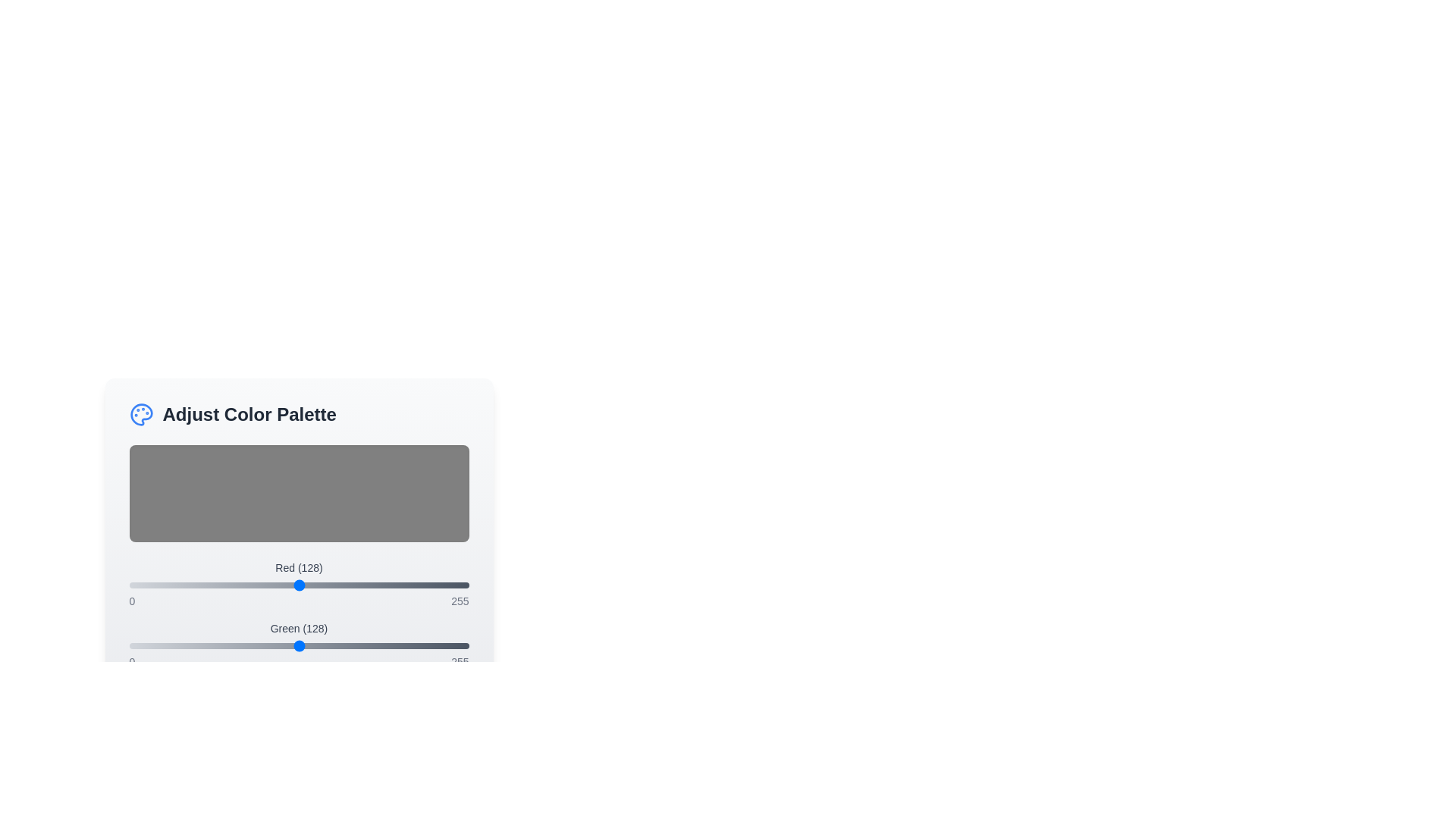 The image size is (1456, 819). Describe the element at coordinates (193, 584) in the screenshot. I see `the red color slider to 49` at that location.